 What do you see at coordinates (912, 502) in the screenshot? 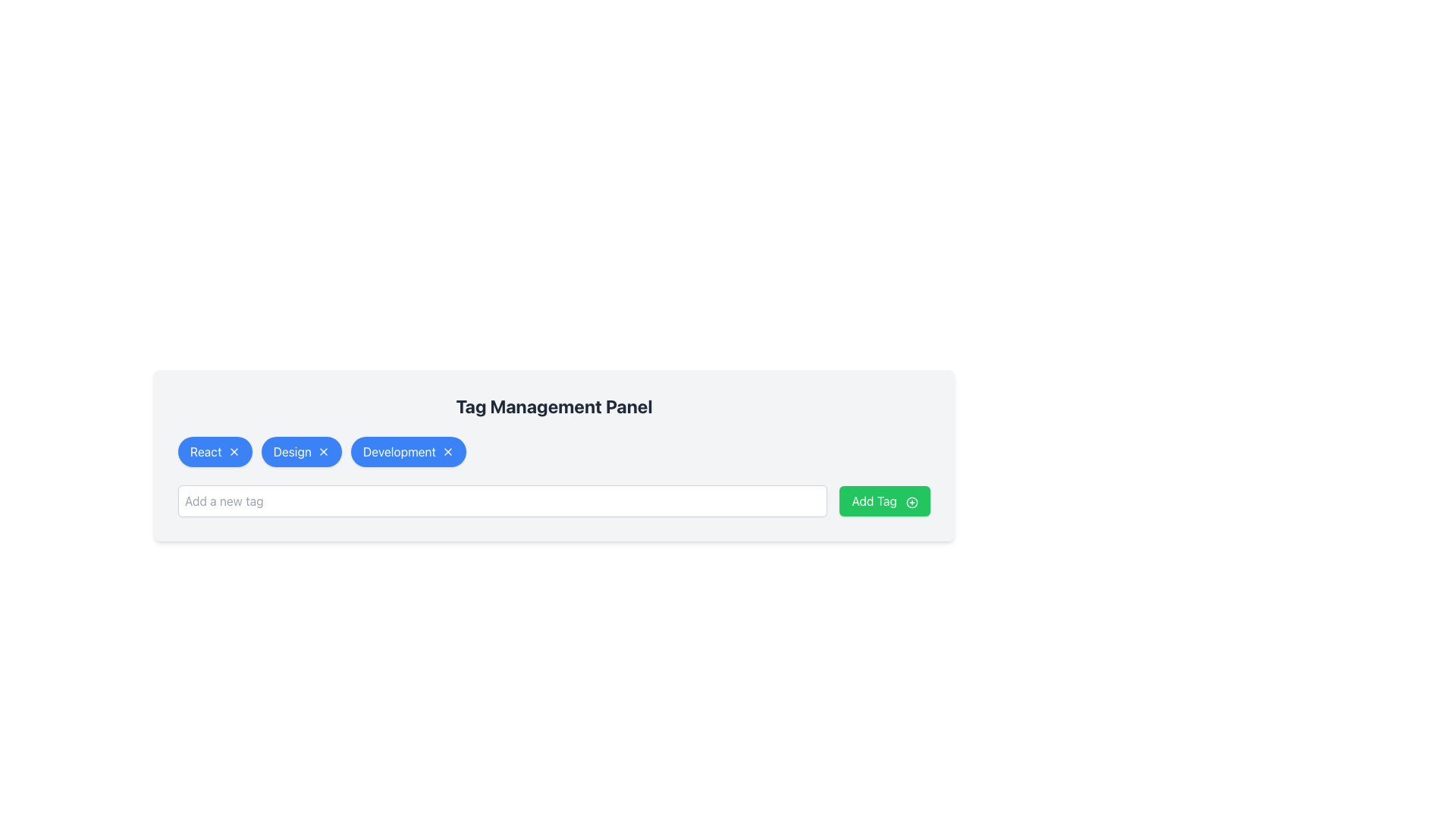
I see `the small circular icon with a plus sign (+) located within the 'Add Tag' button that has a green background, positioned to the right of the 'Add Tag' text` at bounding box center [912, 502].